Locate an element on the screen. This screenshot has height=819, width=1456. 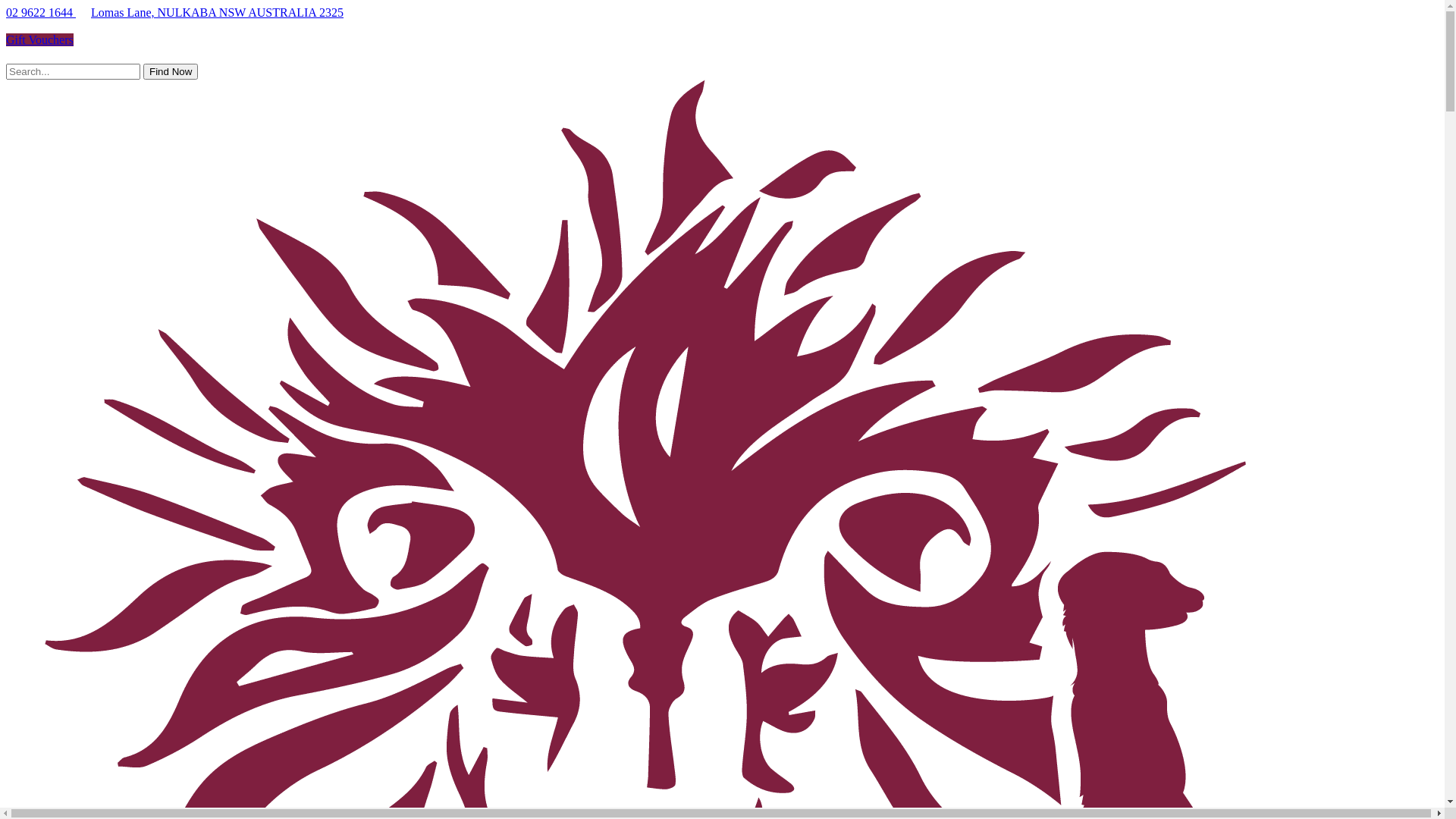
'Find Now' is located at coordinates (171, 71).